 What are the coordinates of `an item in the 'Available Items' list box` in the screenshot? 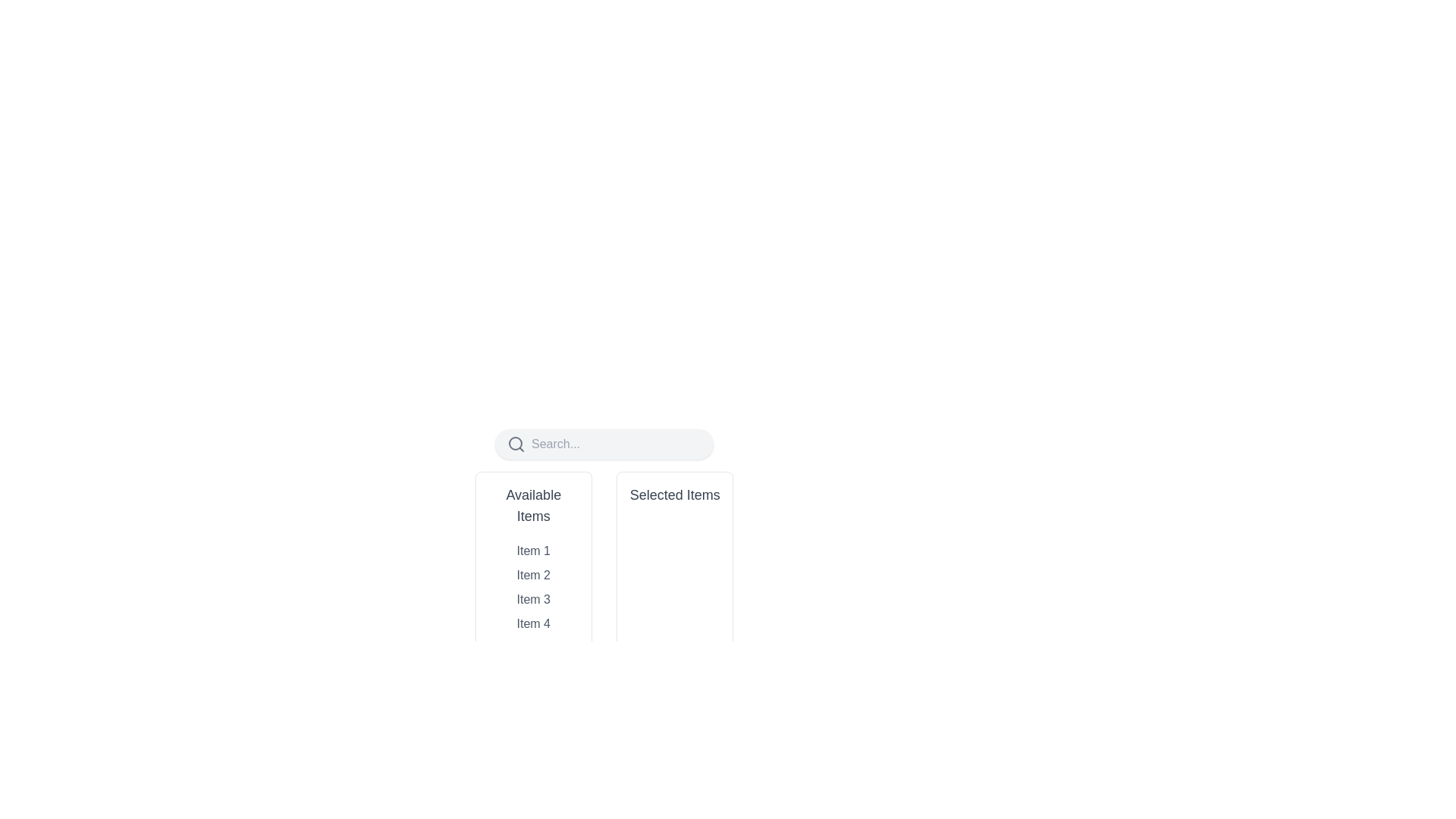 It's located at (533, 632).